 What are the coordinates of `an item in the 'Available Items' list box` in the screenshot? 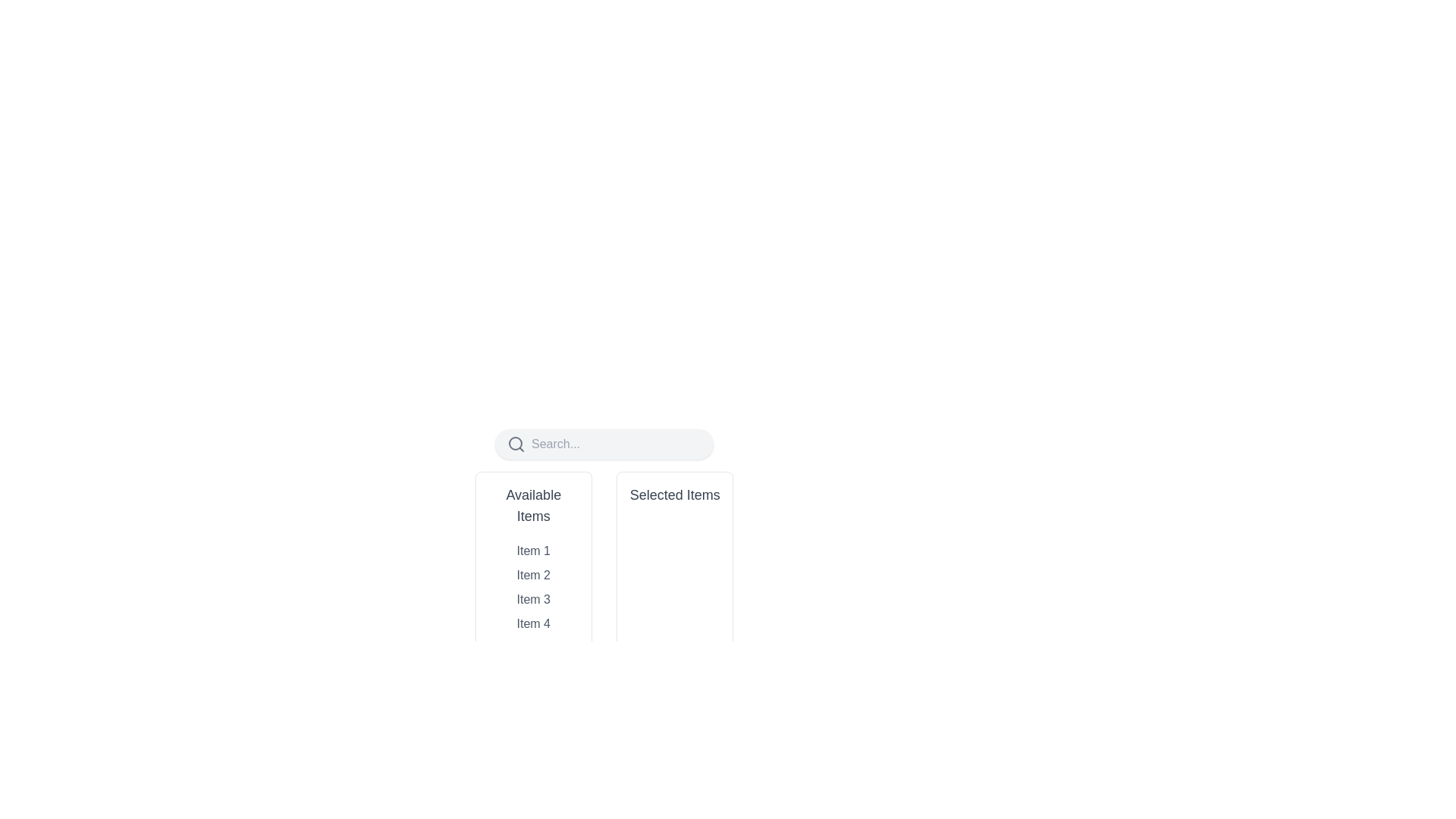 It's located at (533, 632).